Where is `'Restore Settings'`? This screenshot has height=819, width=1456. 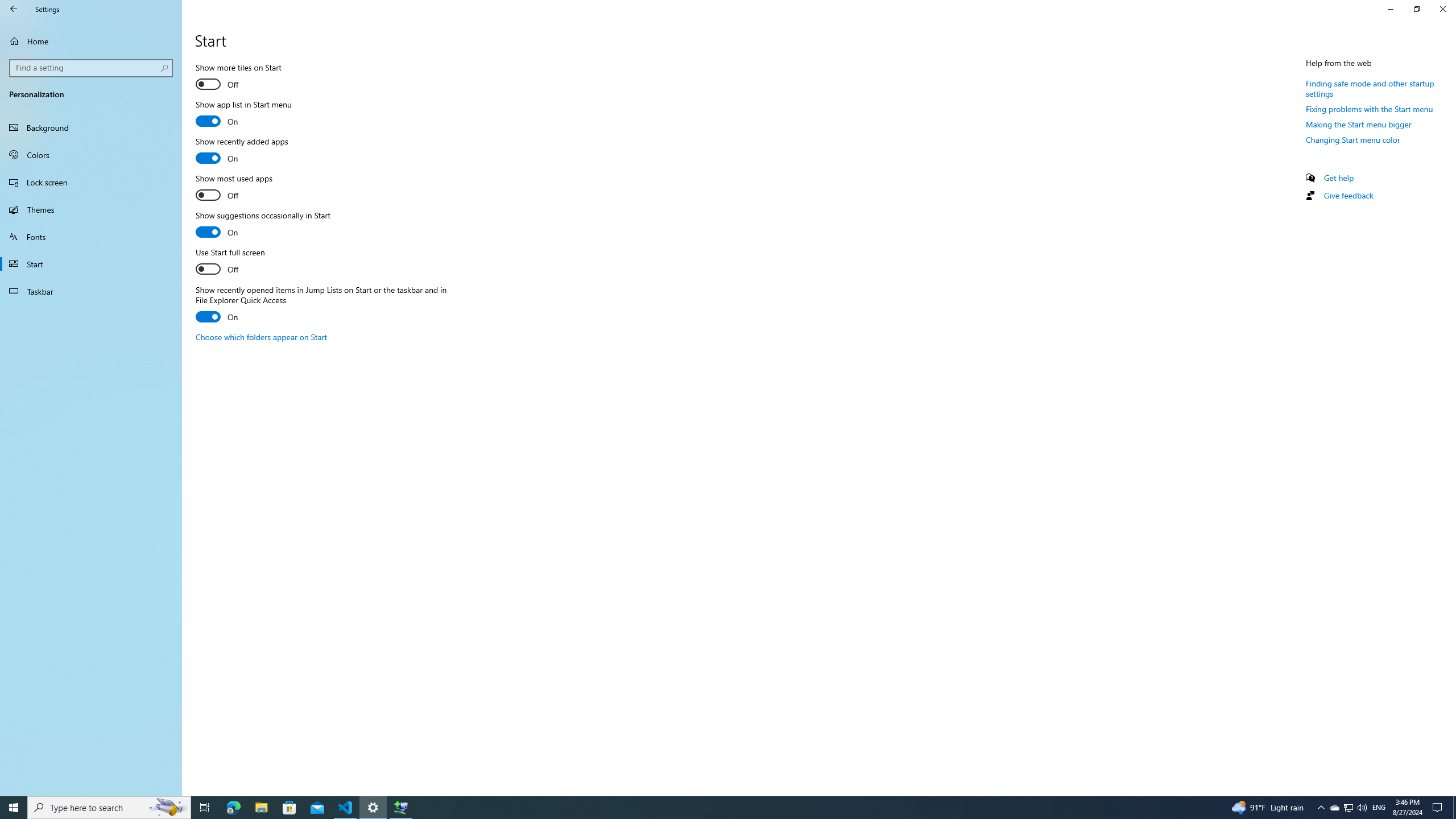
'Restore Settings' is located at coordinates (1416, 9).